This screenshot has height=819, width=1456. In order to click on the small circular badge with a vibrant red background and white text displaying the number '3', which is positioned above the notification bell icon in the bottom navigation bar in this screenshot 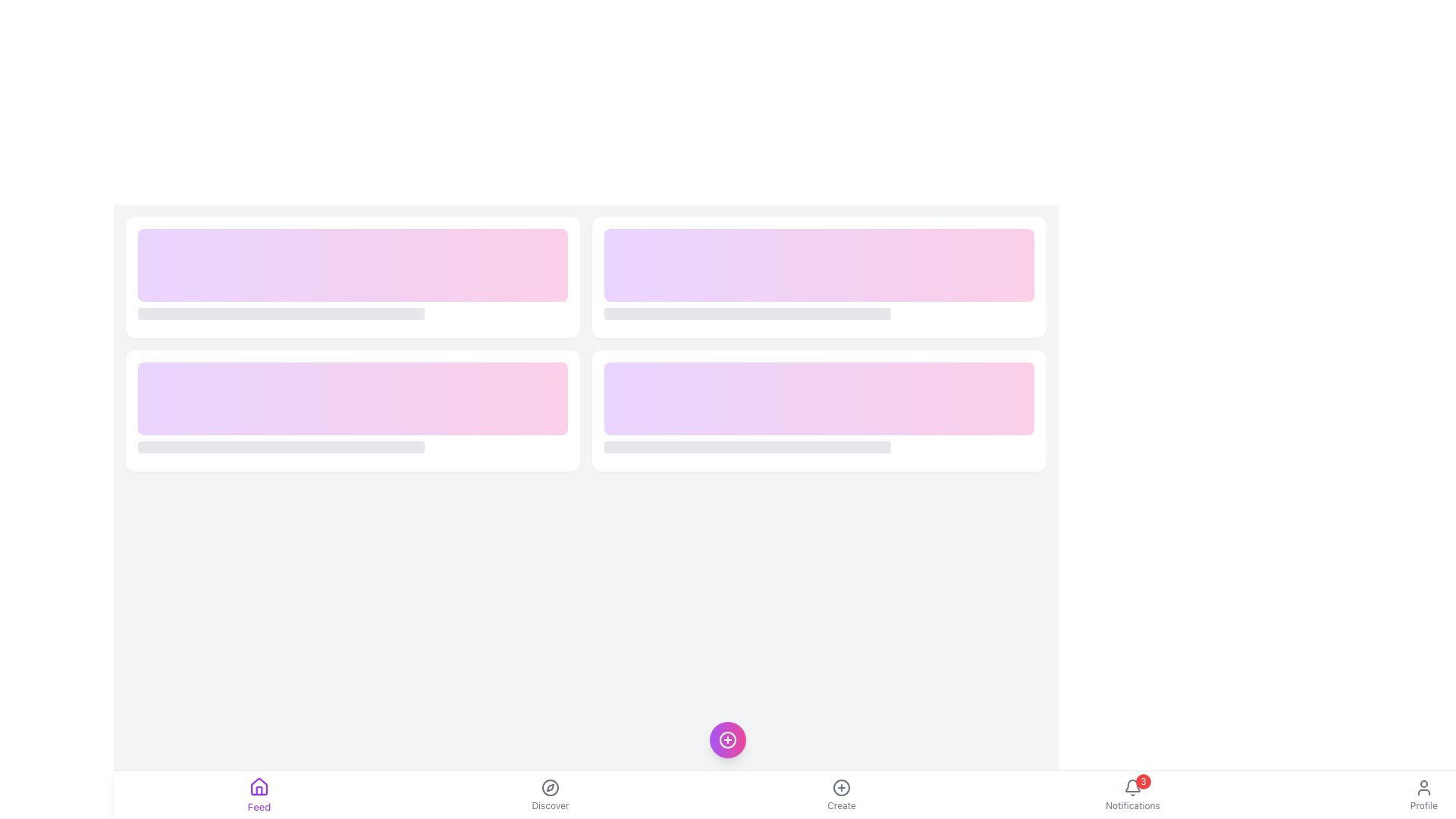, I will do `click(1143, 780)`.